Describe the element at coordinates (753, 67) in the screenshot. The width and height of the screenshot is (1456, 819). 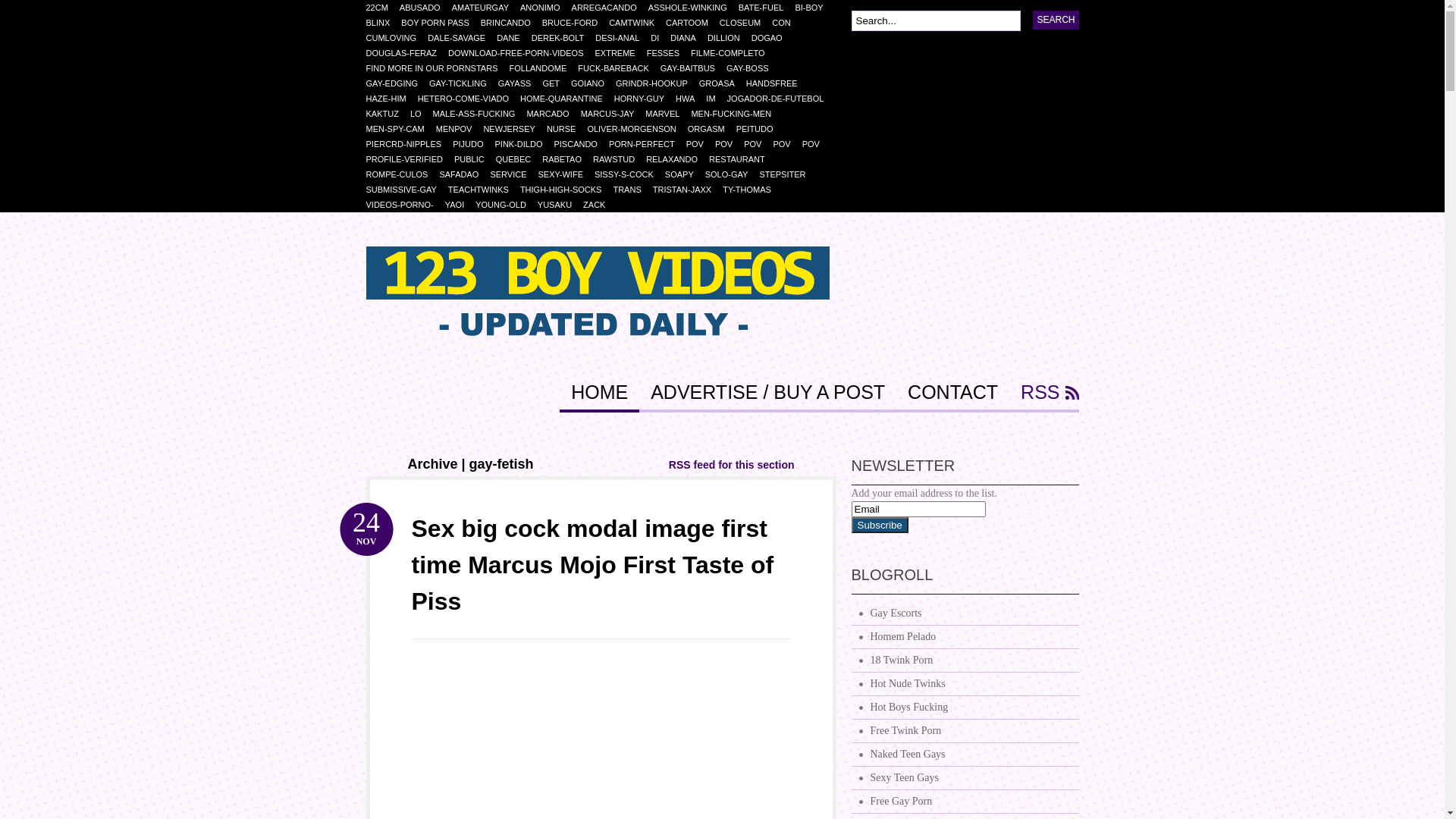
I see `'GAY-BOSS'` at that location.